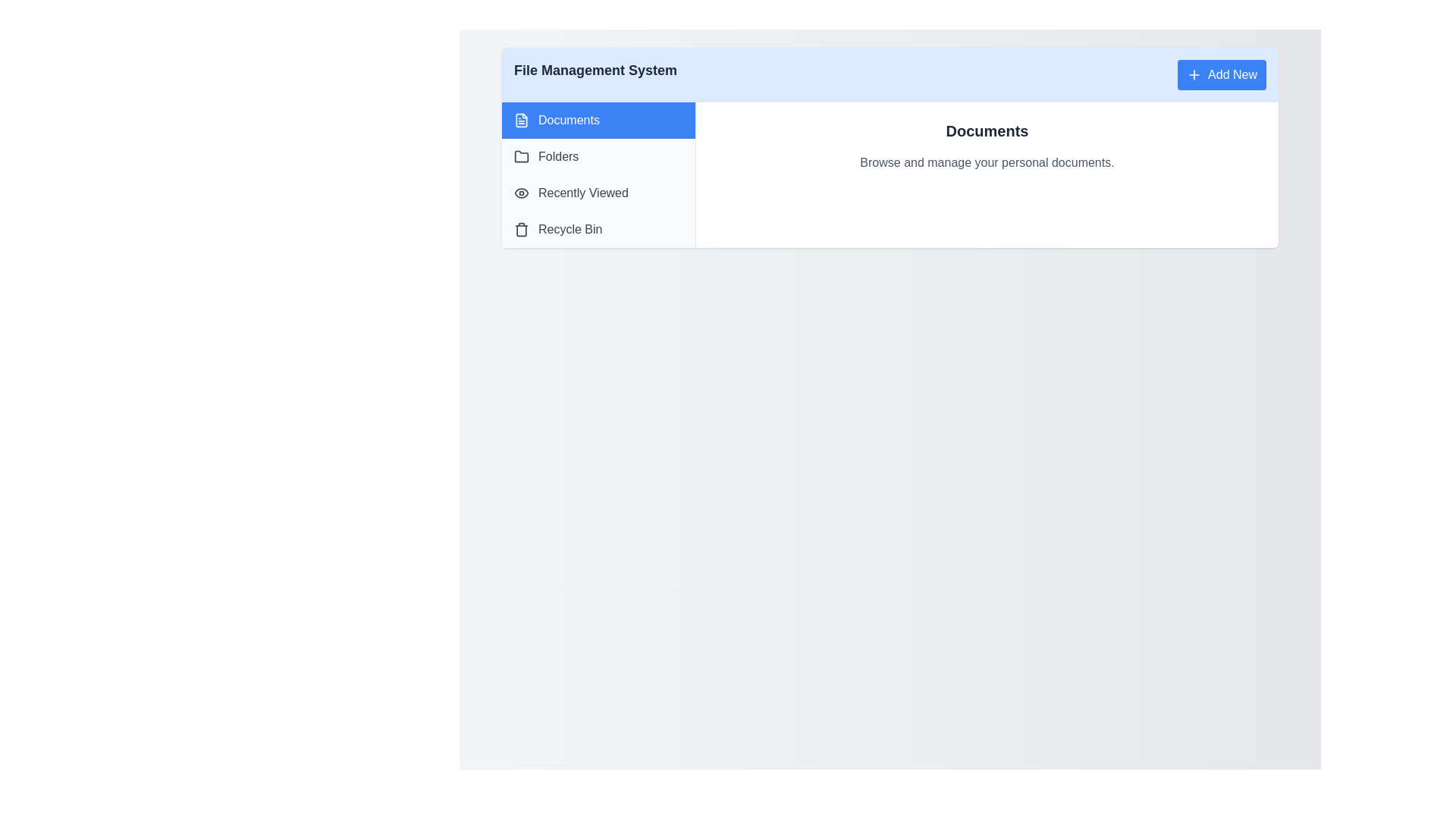  Describe the element at coordinates (521, 192) in the screenshot. I see `the eye-shaped icon in the sidebar menu next to 'Recently Viewed'` at that location.